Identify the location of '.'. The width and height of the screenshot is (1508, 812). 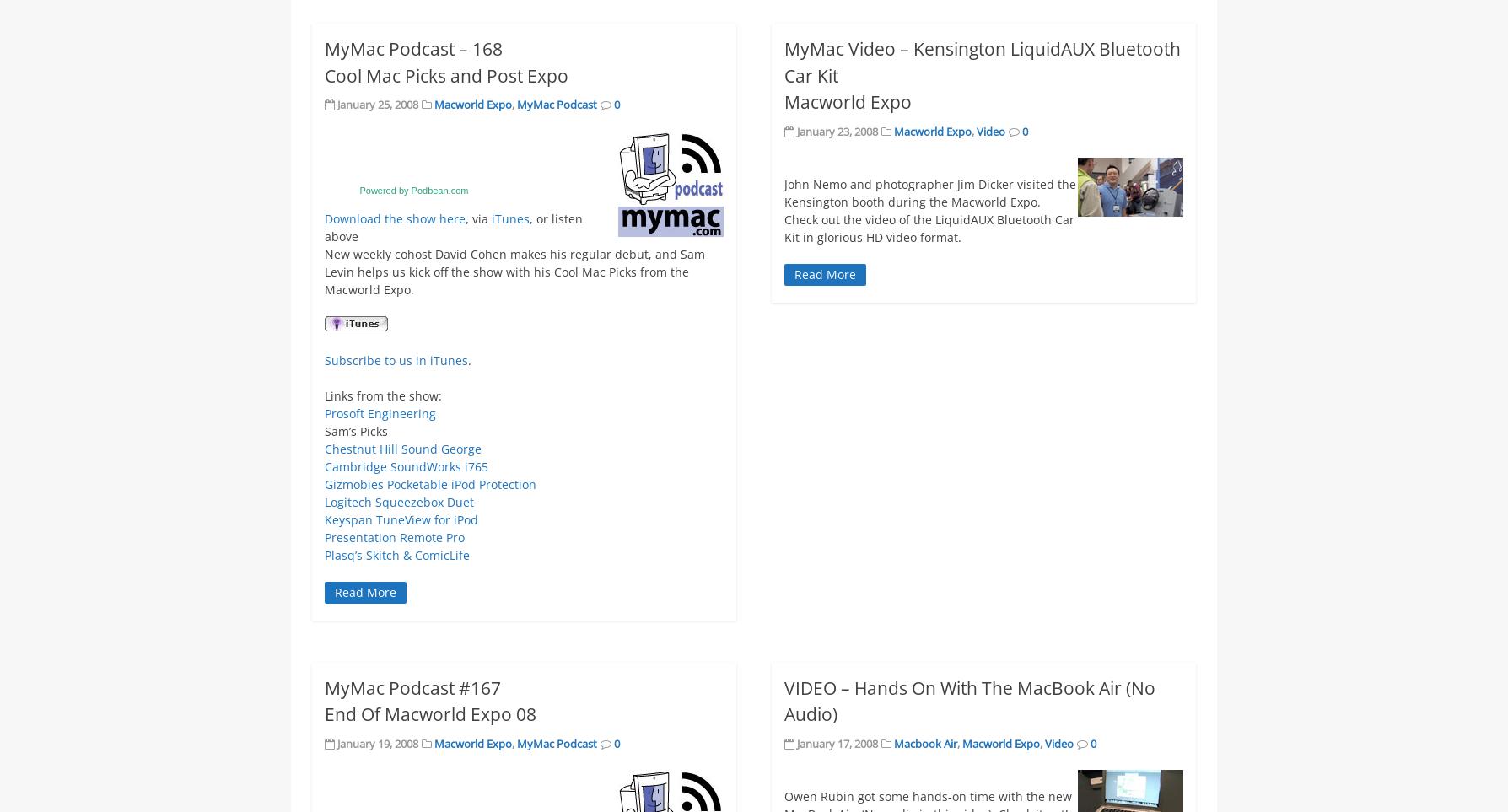
(469, 359).